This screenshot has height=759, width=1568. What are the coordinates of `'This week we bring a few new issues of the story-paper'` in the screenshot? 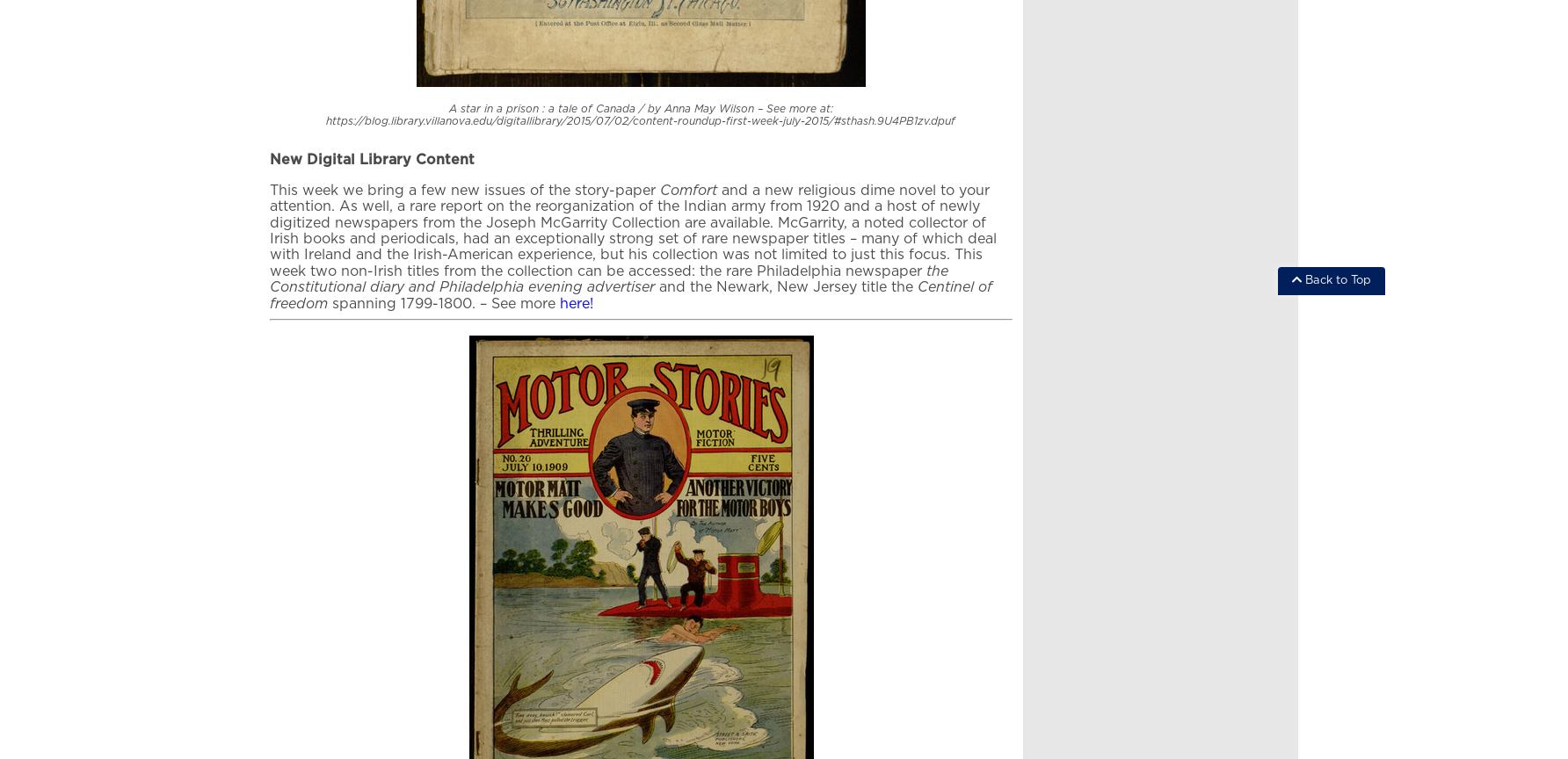 It's located at (270, 190).